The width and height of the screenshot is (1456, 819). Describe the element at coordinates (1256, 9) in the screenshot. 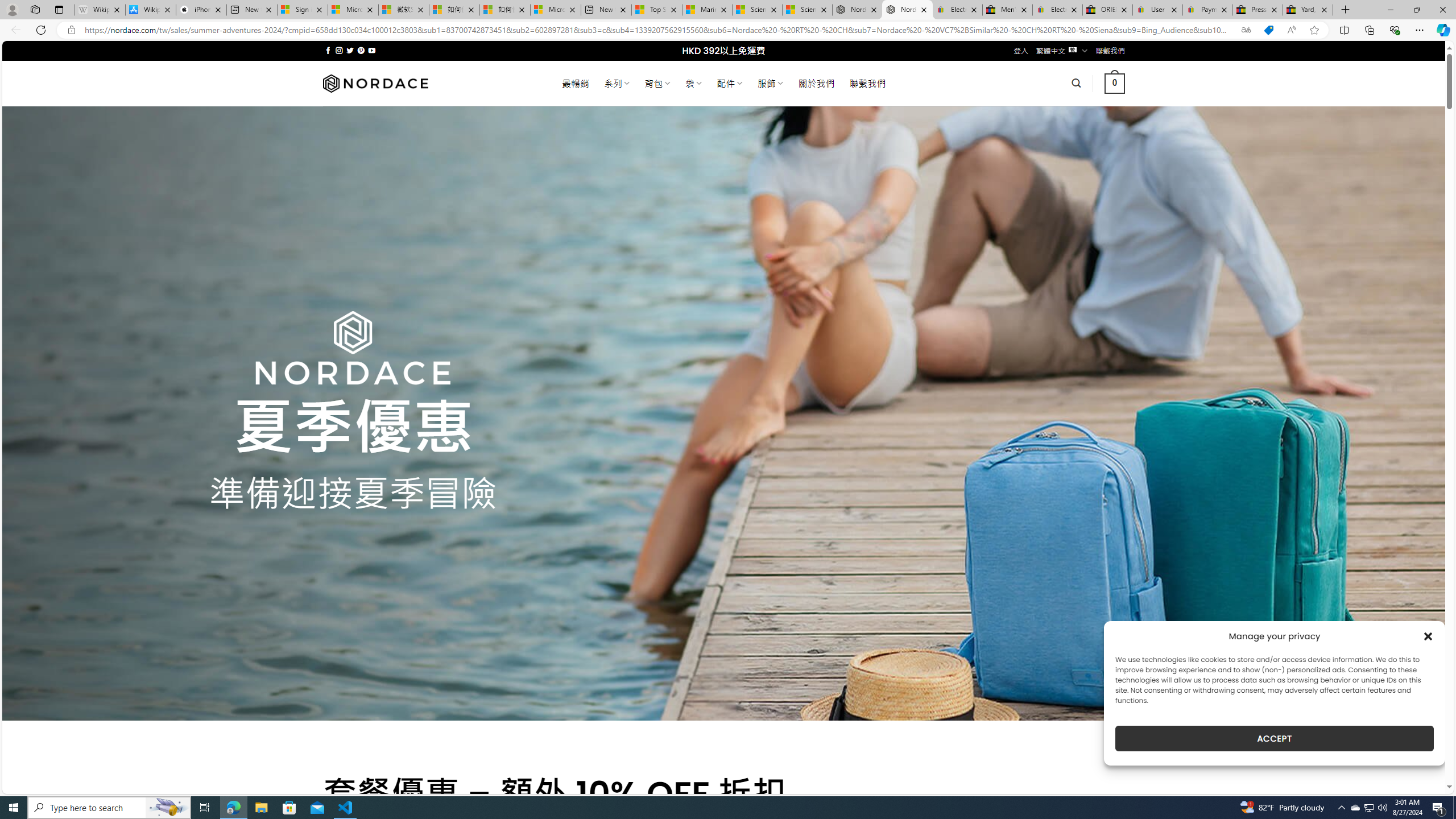

I see `'Press Room - eBay Inc.'` at that location.